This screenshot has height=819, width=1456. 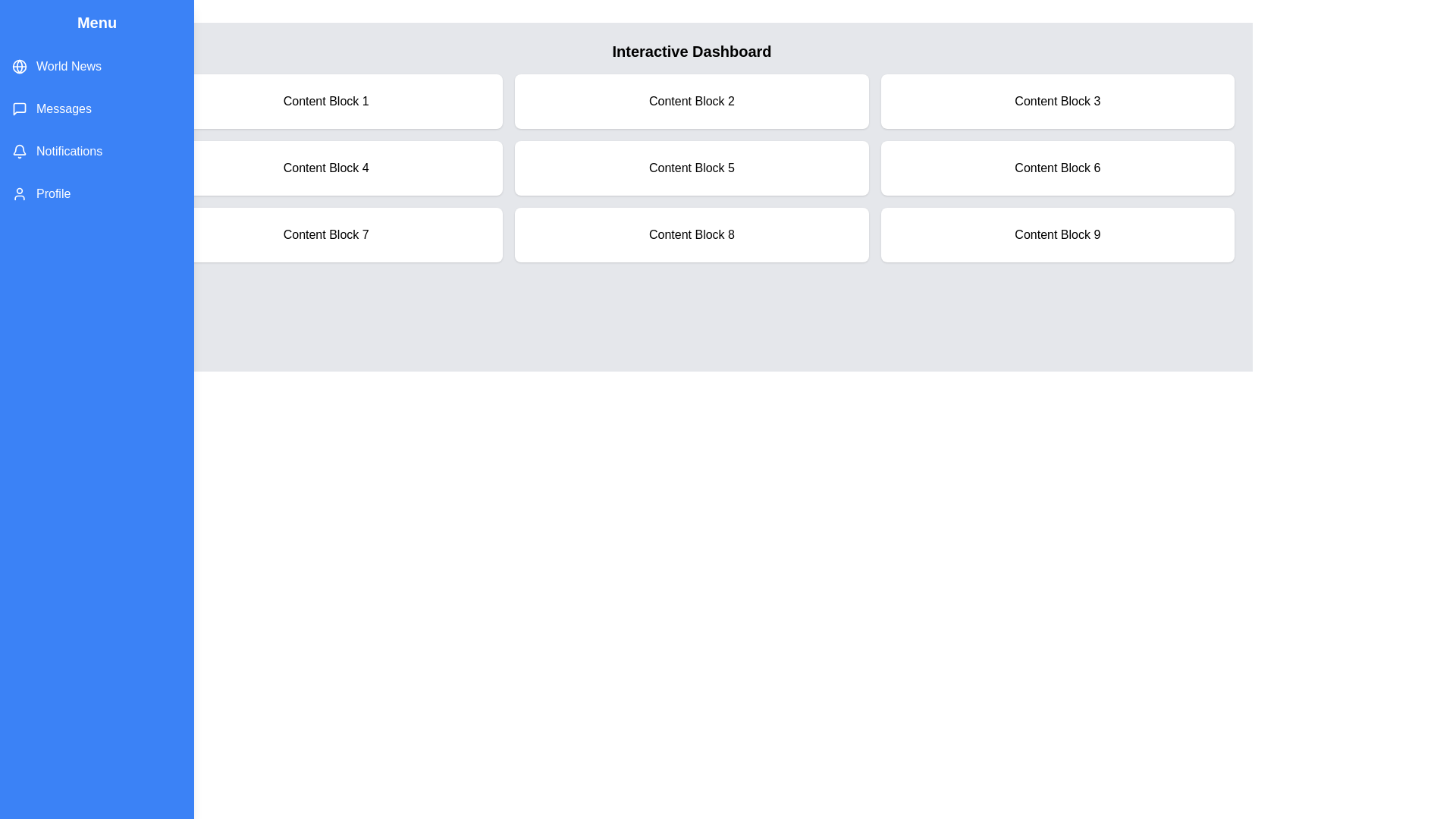 What do you see at coordinates (96, 152) in the screenshot?
I see `the menu item Notifications from the list` at bounding box center [96, 152].